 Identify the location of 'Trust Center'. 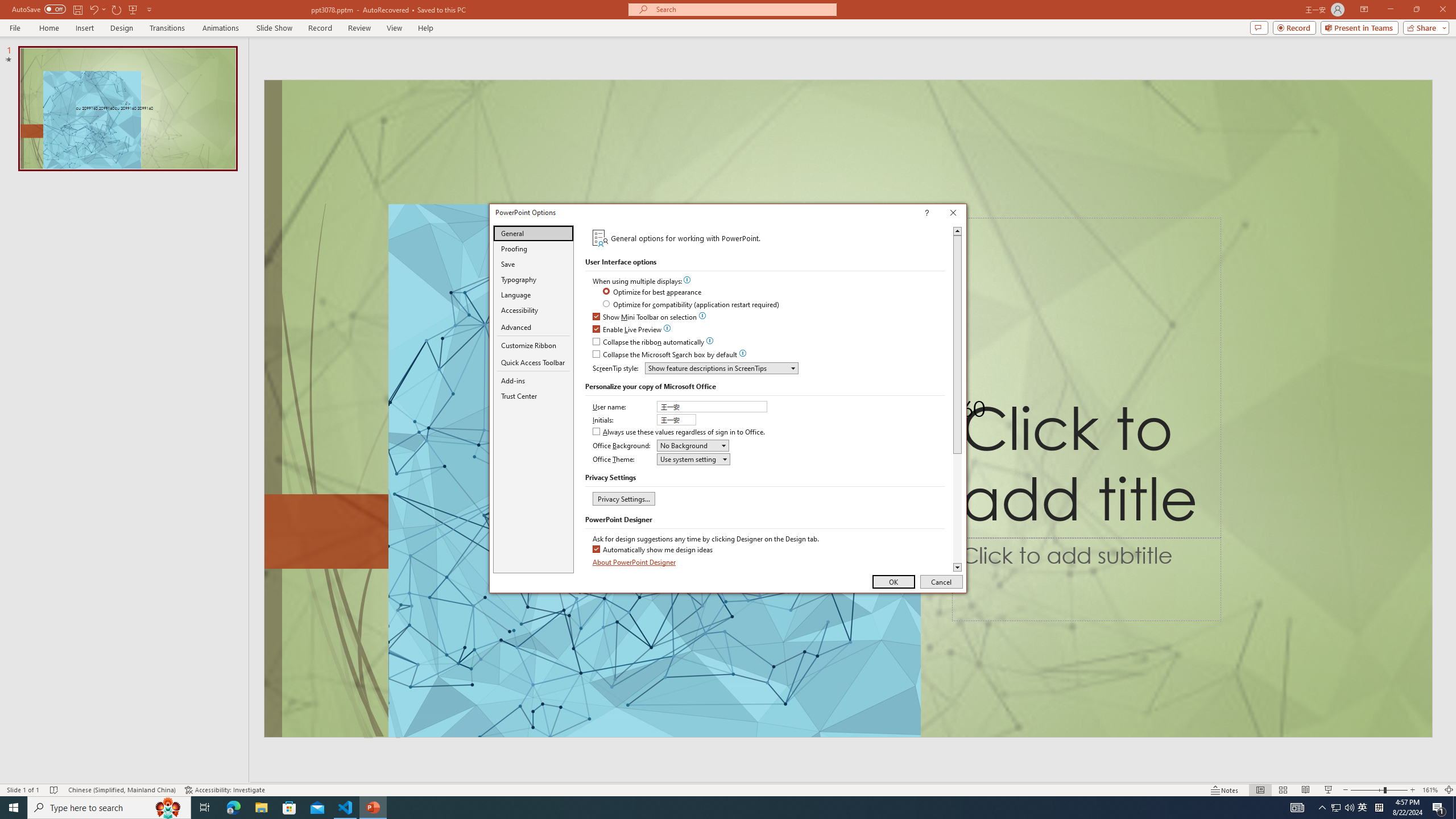
(533, 396).